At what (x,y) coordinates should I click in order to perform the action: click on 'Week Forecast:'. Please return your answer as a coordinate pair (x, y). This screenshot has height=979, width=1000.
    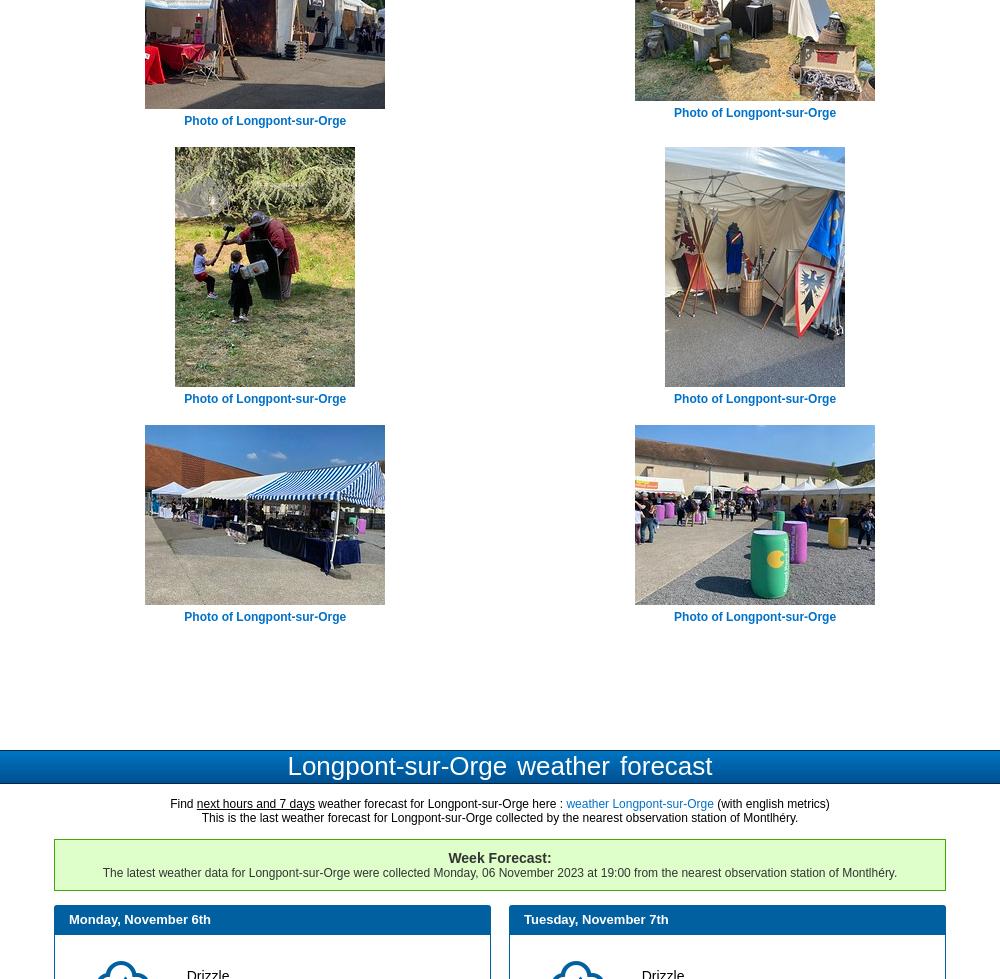
    Looking at the image, I should click on (447, 856).